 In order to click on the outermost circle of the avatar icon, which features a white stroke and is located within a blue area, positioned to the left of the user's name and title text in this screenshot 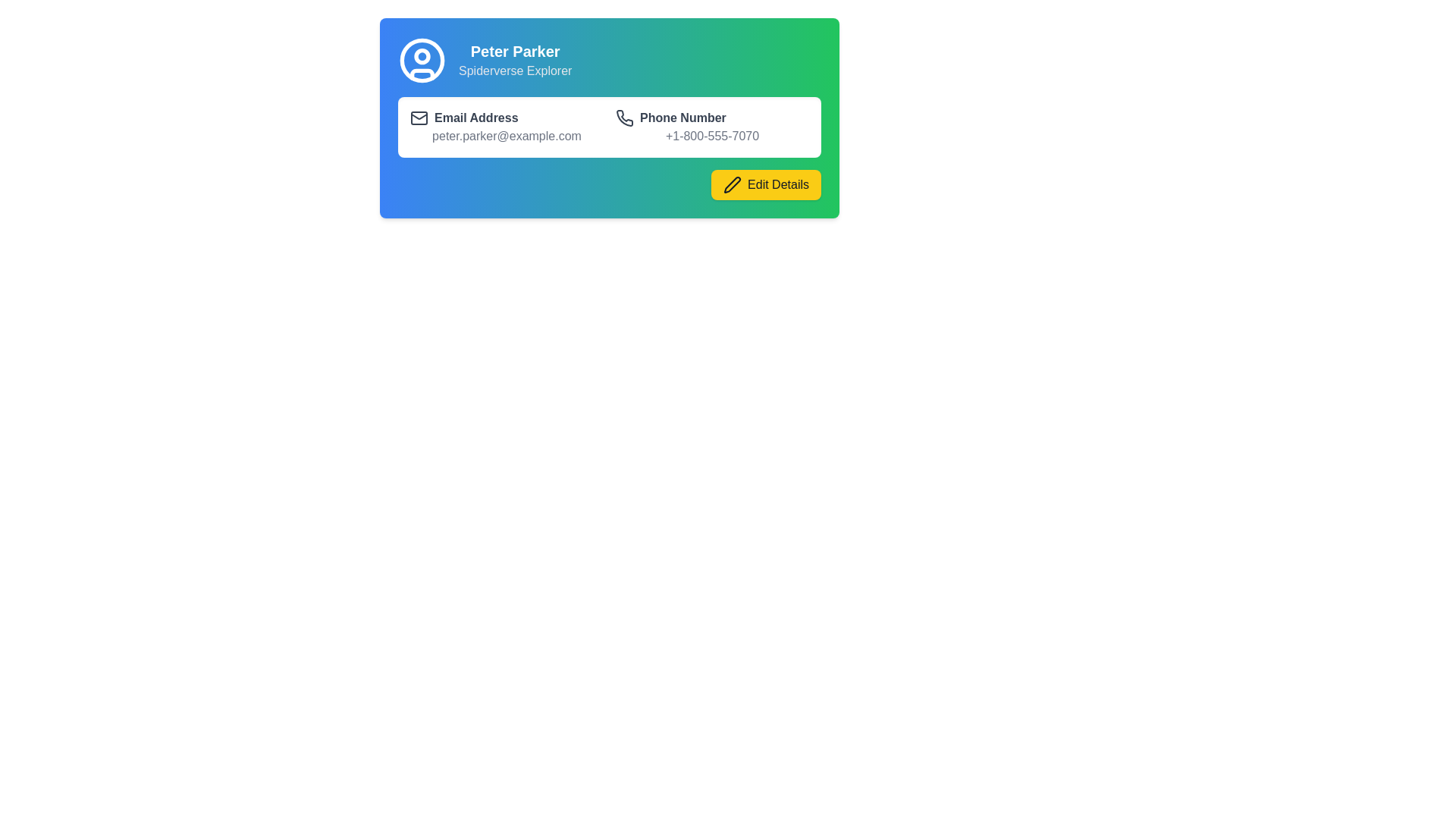, I will do `click(422, 60)`.